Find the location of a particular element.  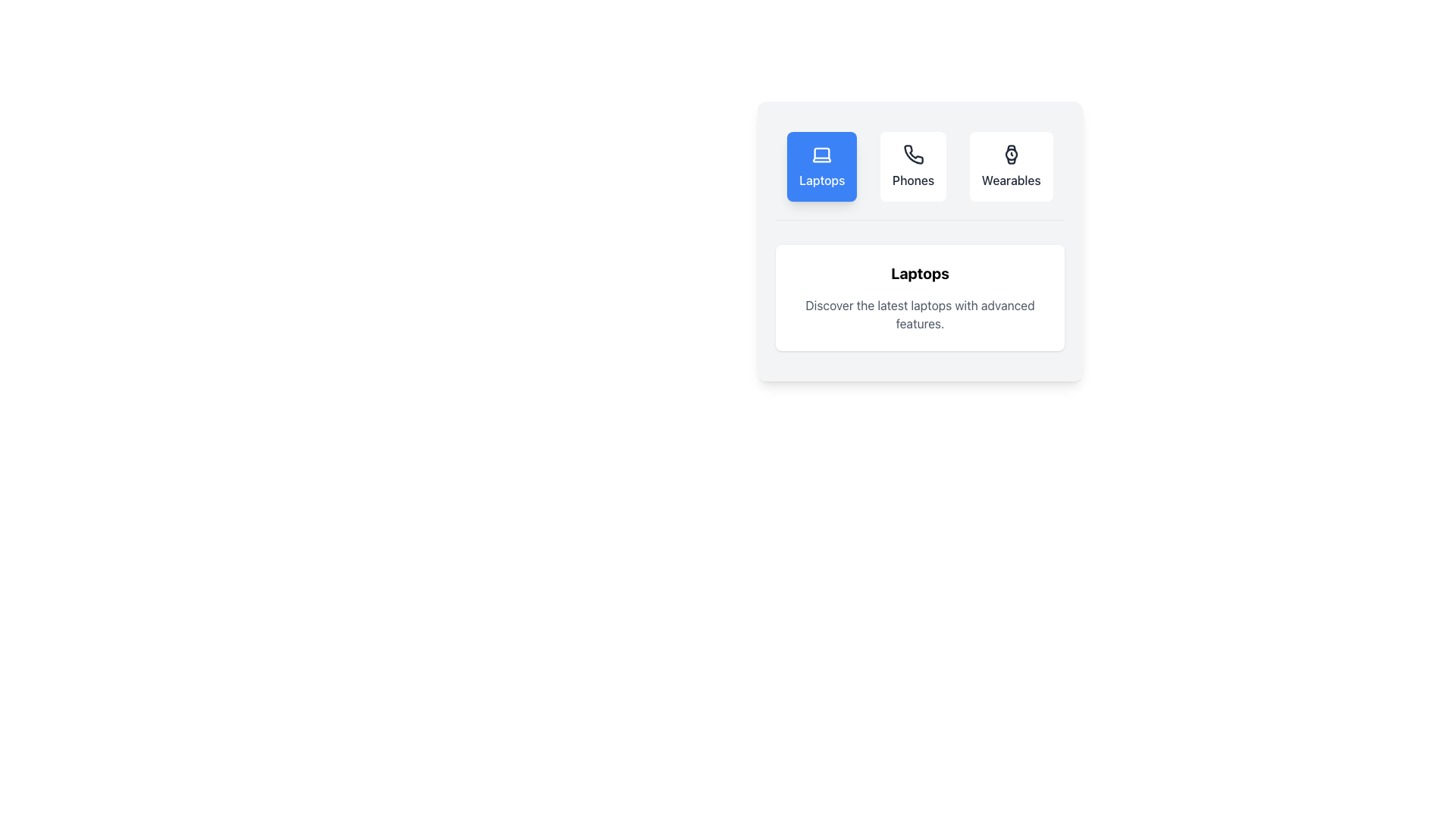

the 'Laptops' category icon, which is located in the first interactive card, centrally positioned above the text 'Laptops' is located at coordinates (821, 155).